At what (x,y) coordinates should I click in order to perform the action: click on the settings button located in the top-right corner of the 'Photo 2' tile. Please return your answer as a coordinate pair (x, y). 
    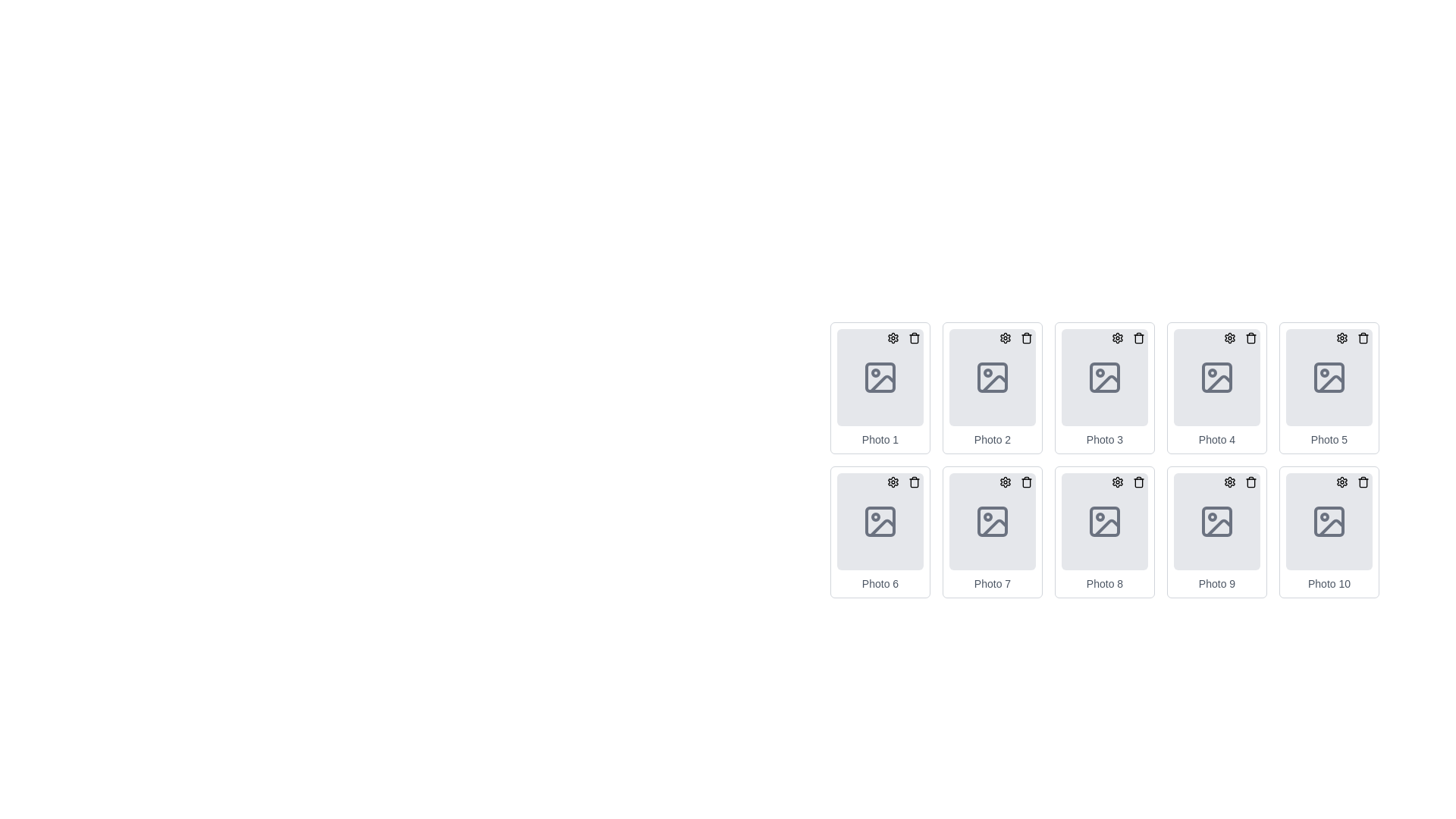
    Looking at the image, I should click on (1005, 337).